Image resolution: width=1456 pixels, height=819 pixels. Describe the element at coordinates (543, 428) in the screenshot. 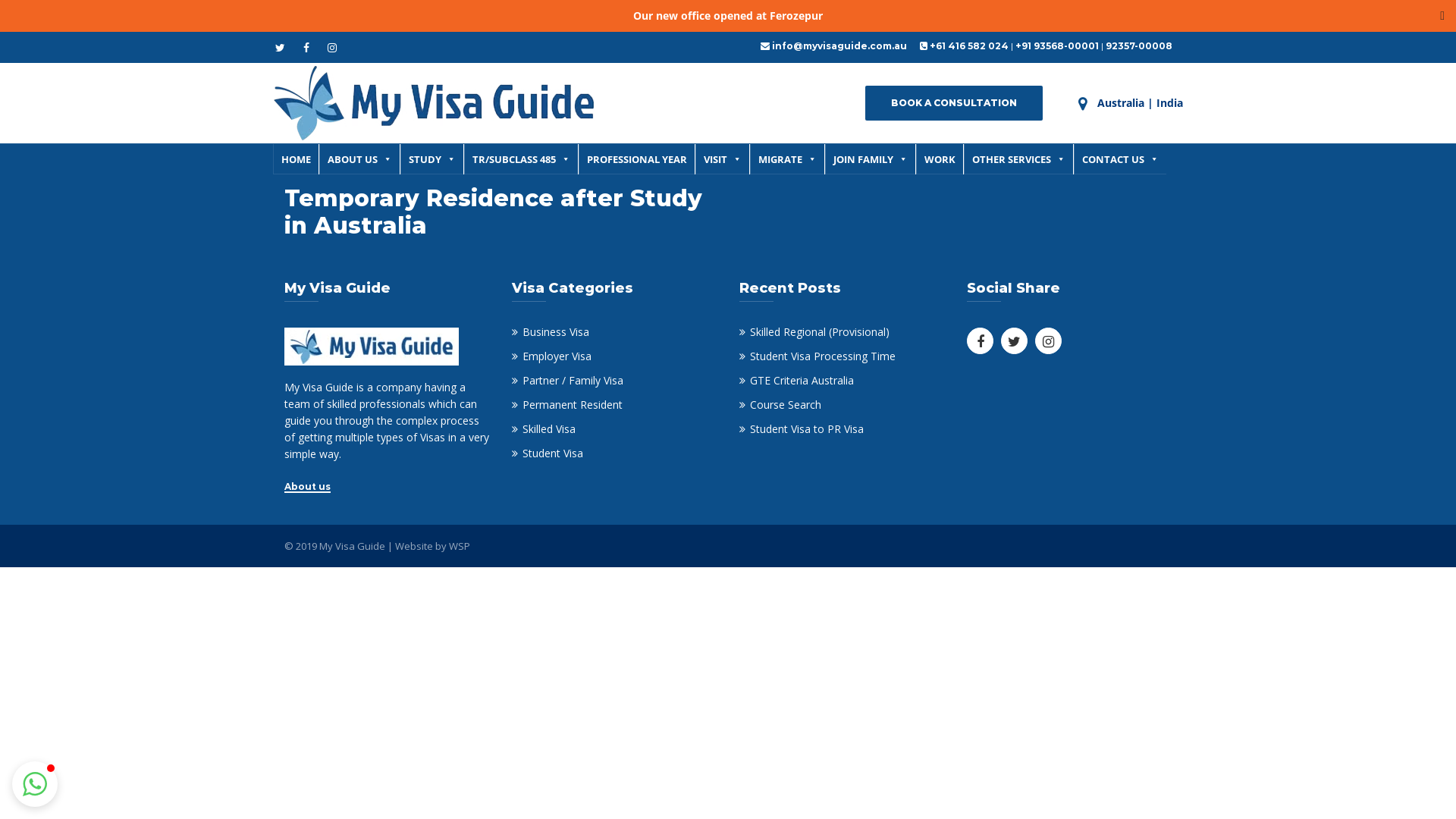

I see `'Skilled Visa'` at that location.